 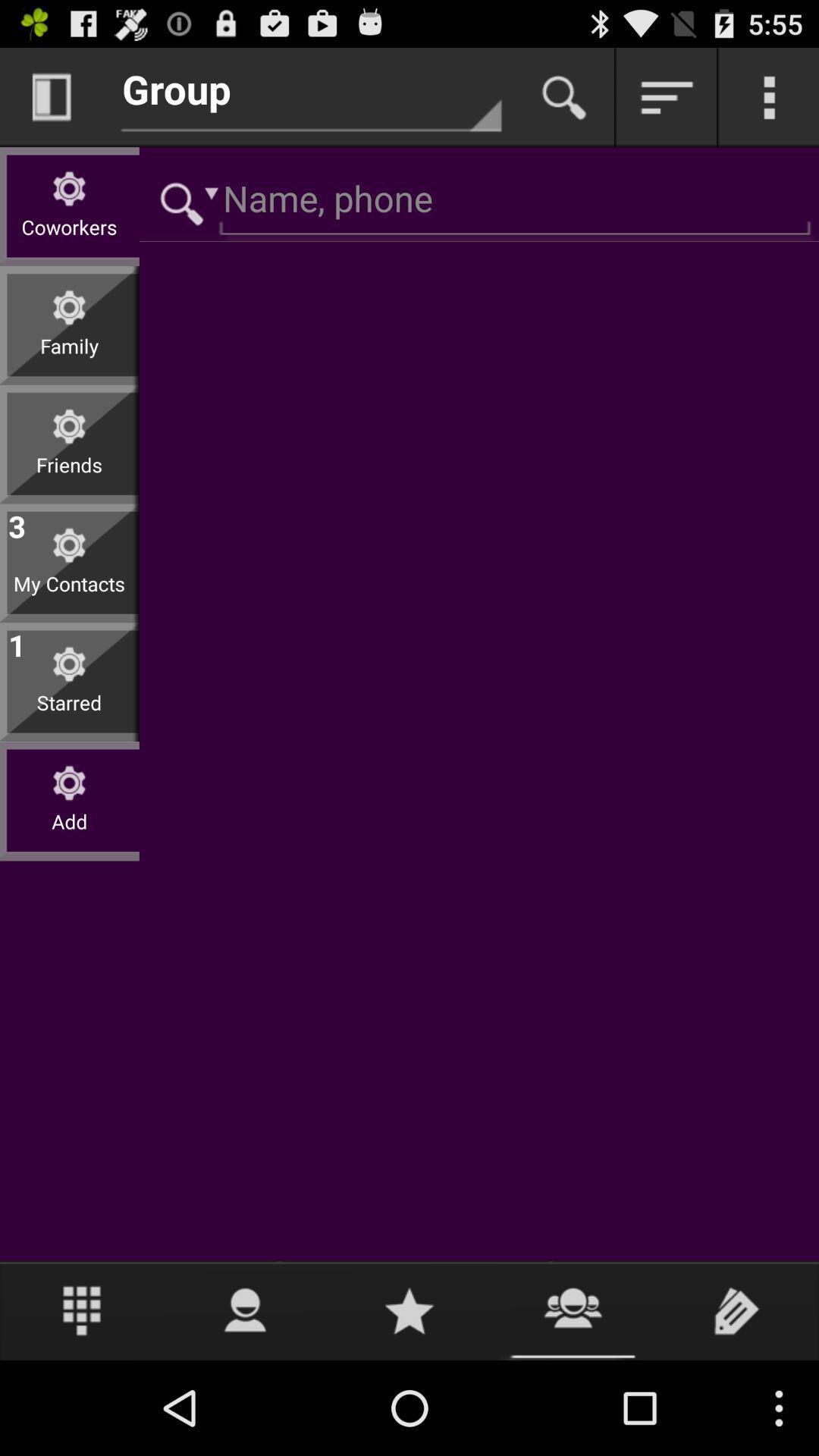 I want to click on open friends tab, so click(x=573, y=1310).